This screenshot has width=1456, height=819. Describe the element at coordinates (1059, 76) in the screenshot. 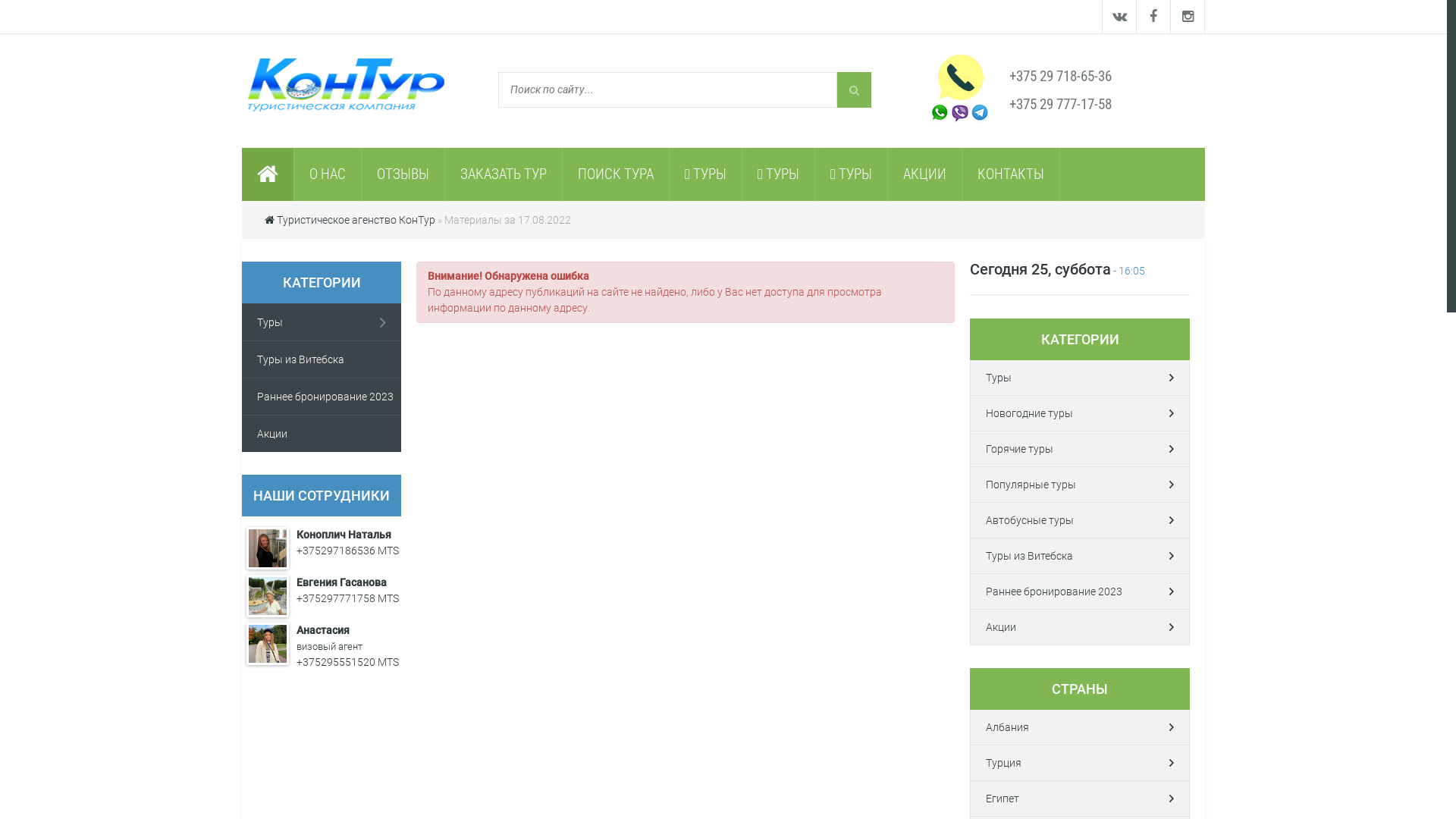

I see `'+375 29 718-65-36'` at that location.